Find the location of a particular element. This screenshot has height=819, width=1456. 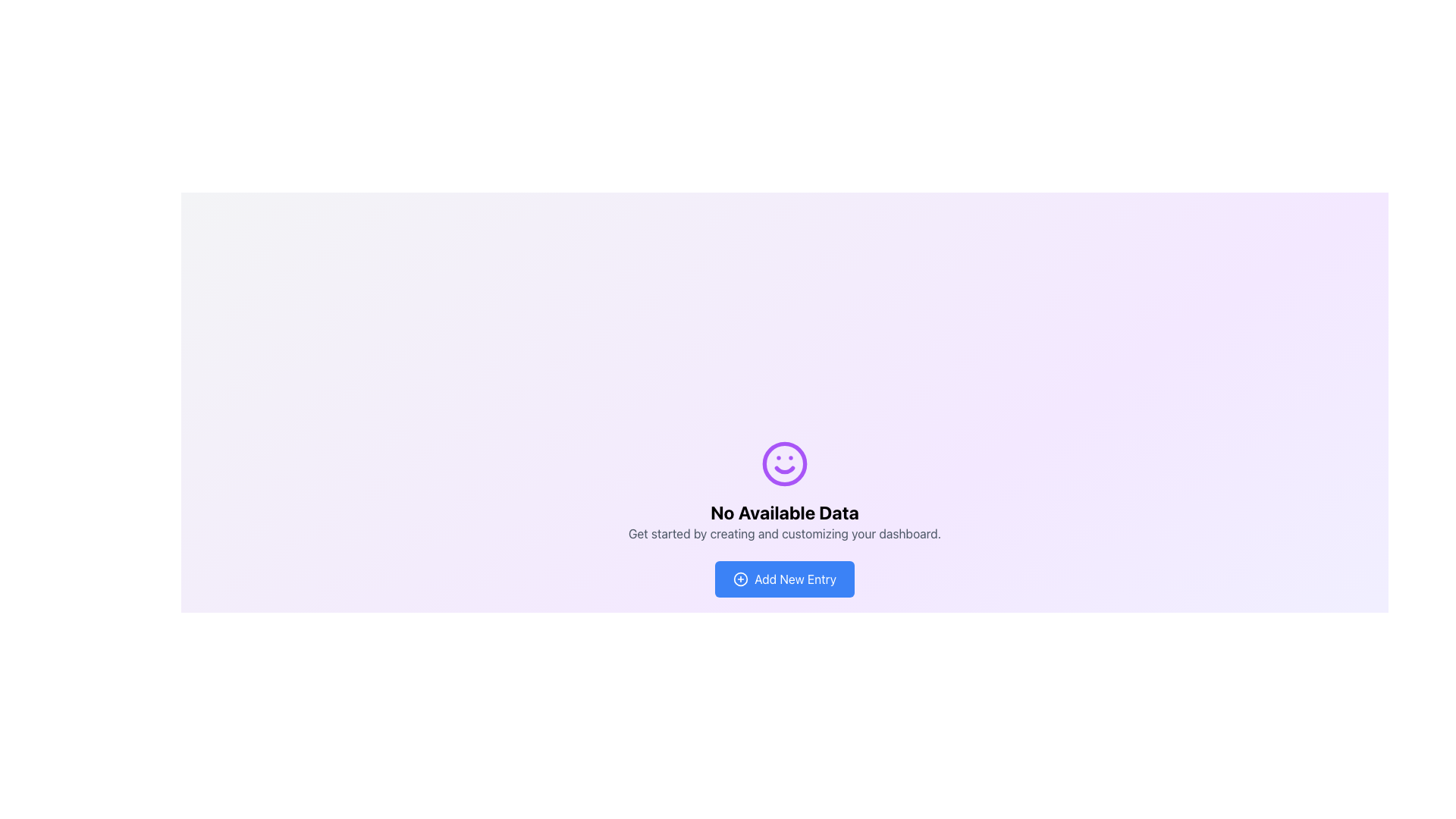

the decorative icon of the 'Add New Entry' button, which enhances visual clarity for adding new entries is located at coordinates (741, 579).